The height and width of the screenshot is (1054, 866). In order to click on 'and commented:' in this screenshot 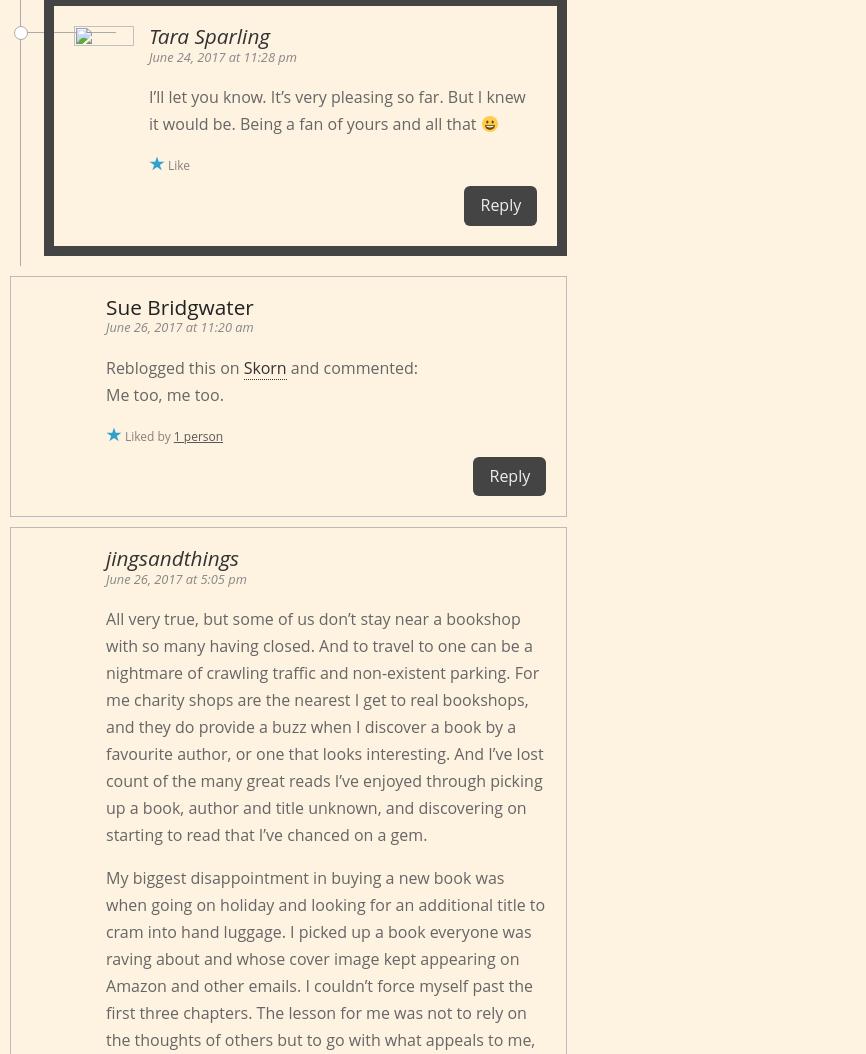, I will do `click(351, 367)`.